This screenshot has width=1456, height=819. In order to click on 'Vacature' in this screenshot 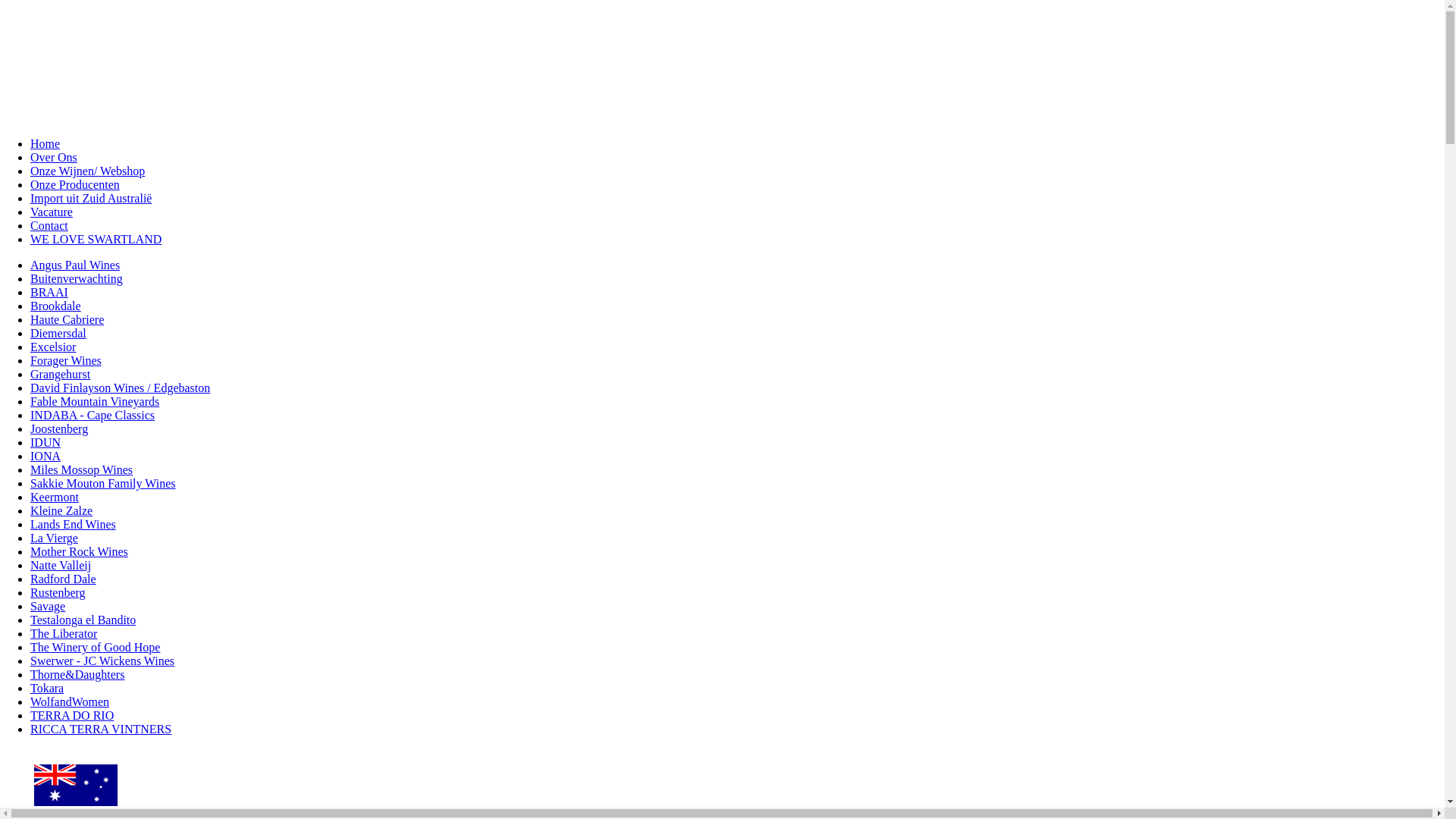, I will do `click(51, 212)`.